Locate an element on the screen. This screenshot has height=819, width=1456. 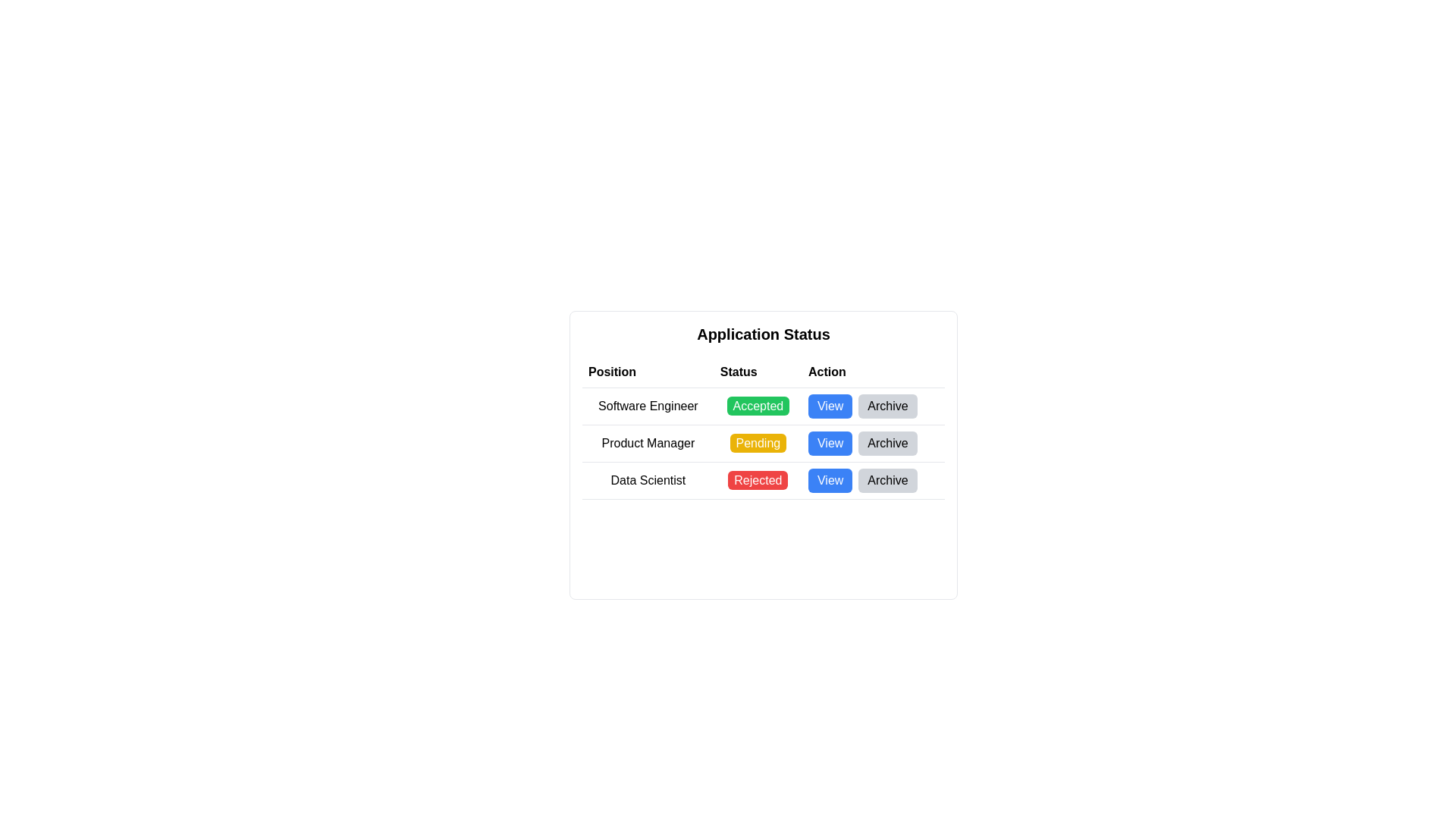
the archive button in the second row of the 'Action' column associated with the 'Product Manager' position to observe a visual change is located at coordinates (888, 444).